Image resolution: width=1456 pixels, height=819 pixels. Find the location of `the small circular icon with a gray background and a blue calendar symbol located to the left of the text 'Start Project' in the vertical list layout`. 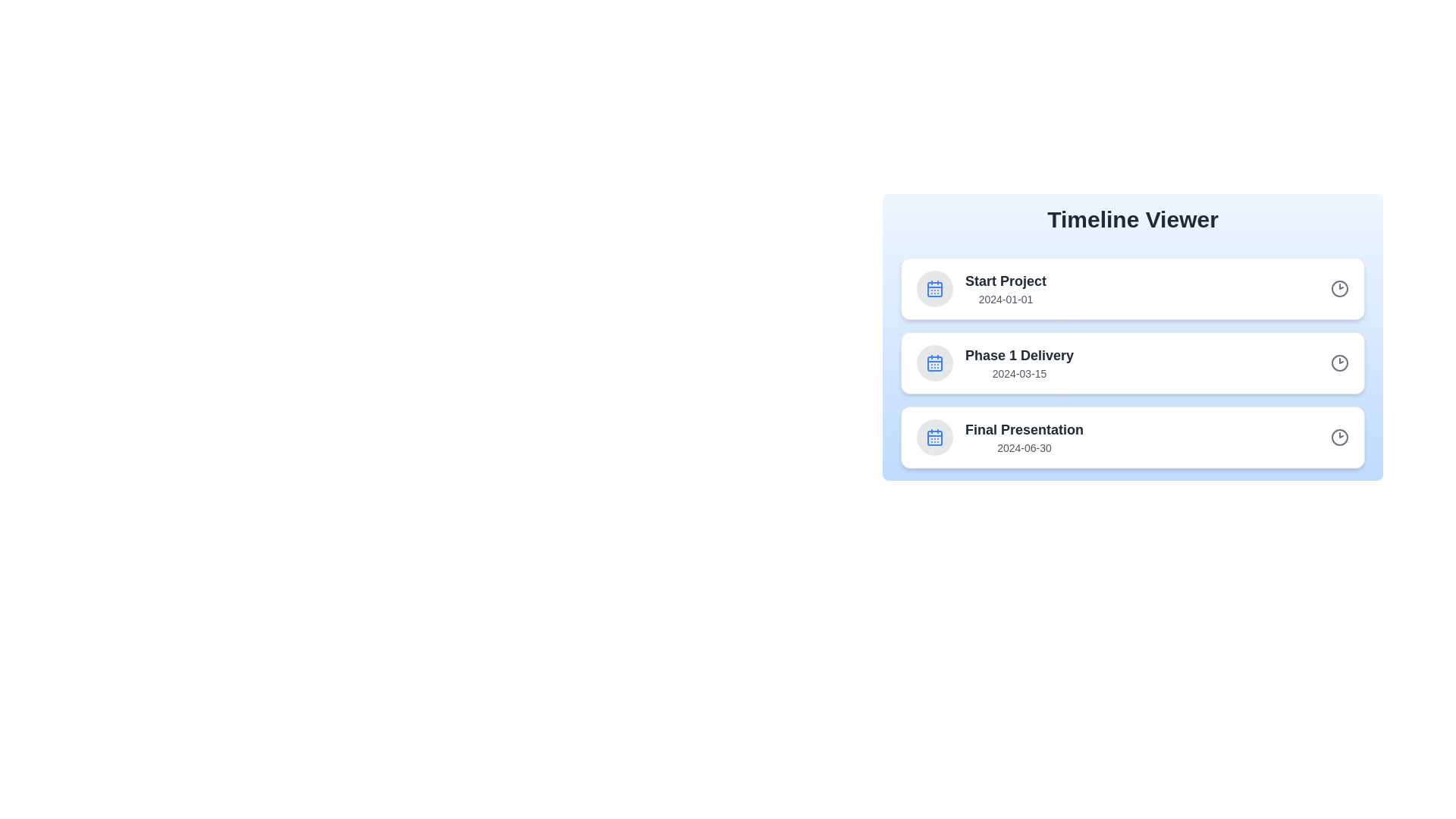

the small circular icon with a gray background and a blue calendar symbol located to the left of the text 'Start Project' in the vertical list layout is located at coordinates (934, 289).